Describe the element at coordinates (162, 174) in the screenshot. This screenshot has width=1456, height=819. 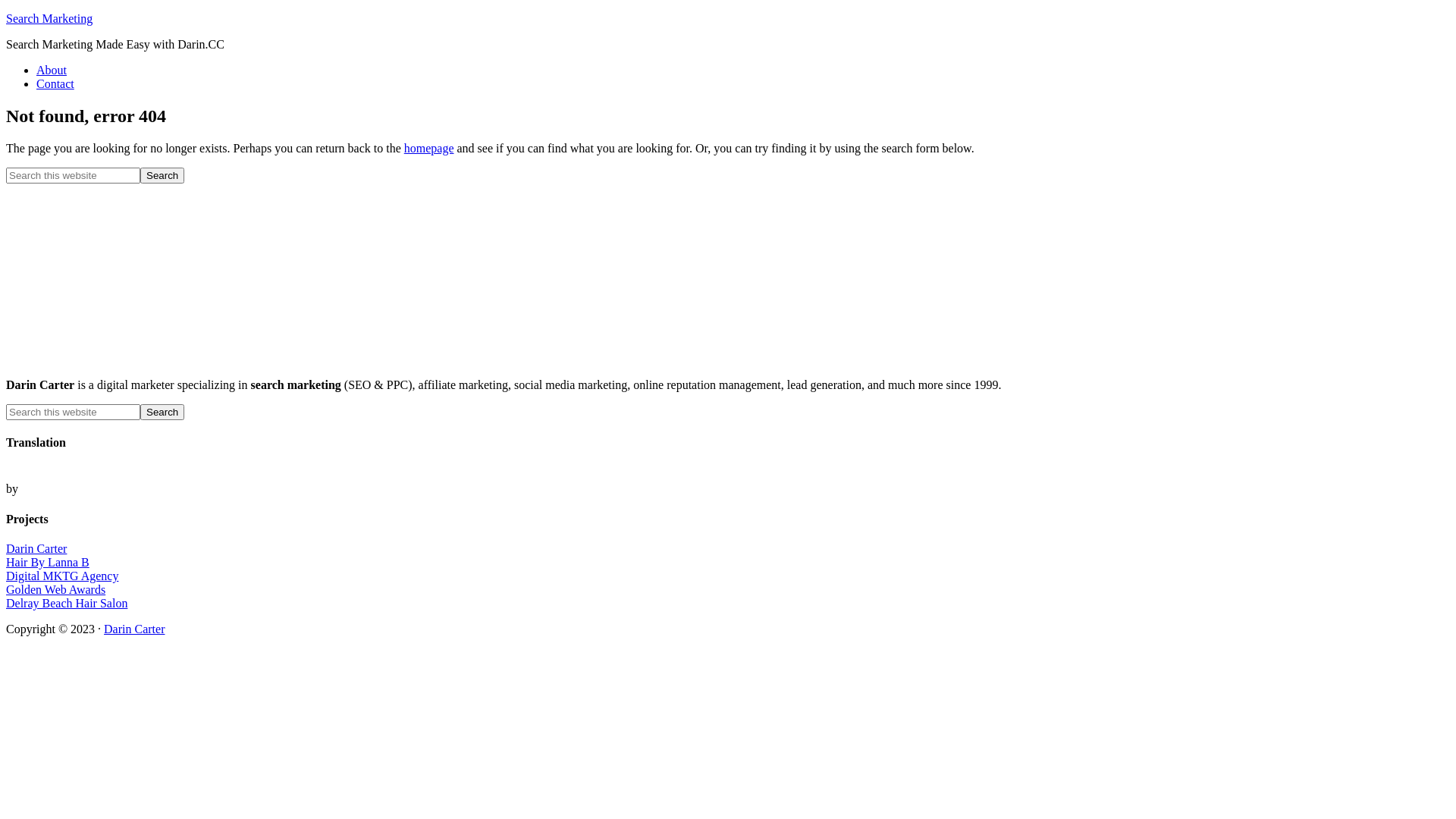
I see `'Search'` at that location.